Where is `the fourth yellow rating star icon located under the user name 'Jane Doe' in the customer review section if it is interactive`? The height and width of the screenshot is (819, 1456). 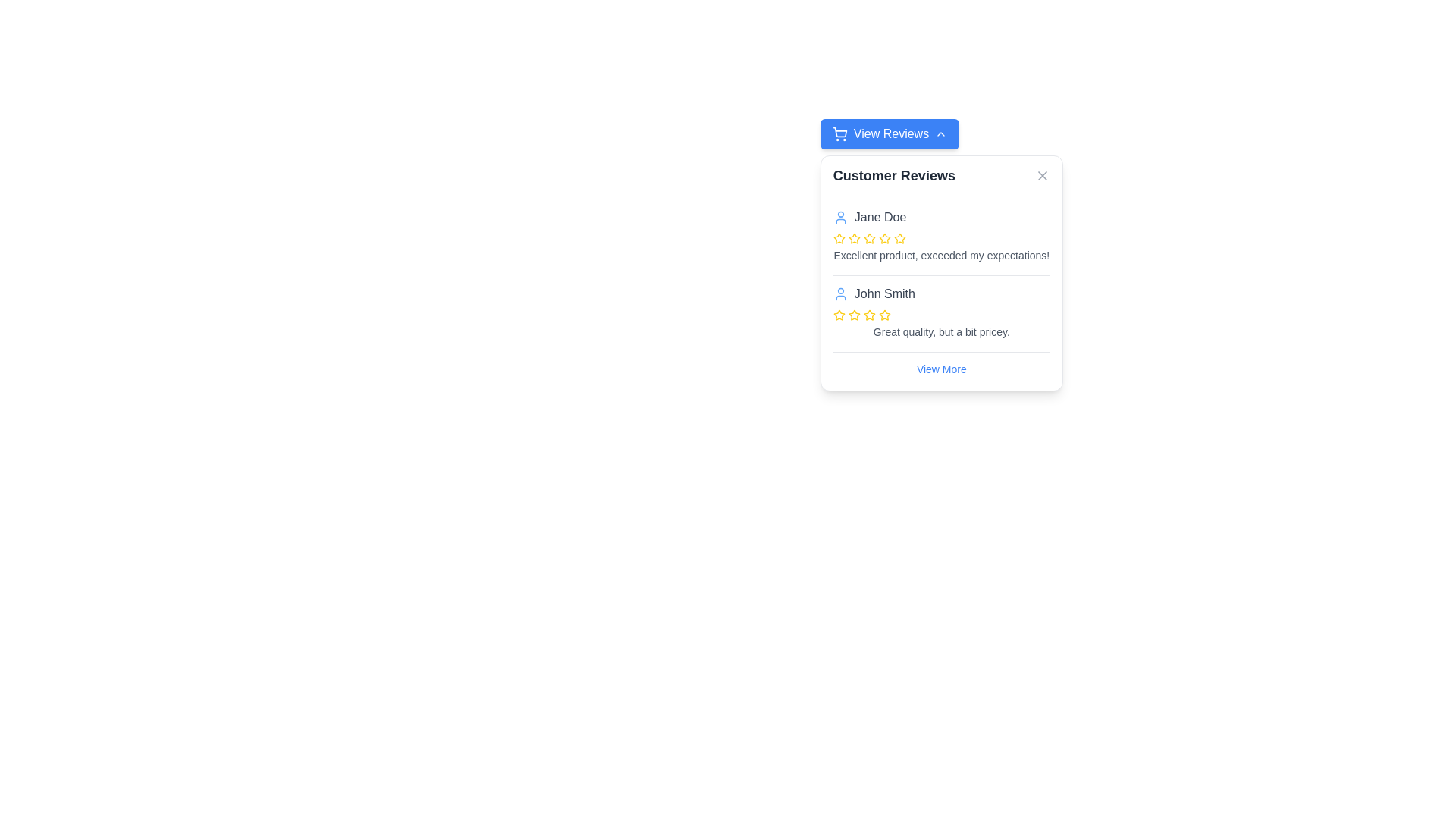
the fourth yellow rating star icon located under the user name 'Jane Doe' in the customer review section if it is interactive is located at coordinates (869, 239).